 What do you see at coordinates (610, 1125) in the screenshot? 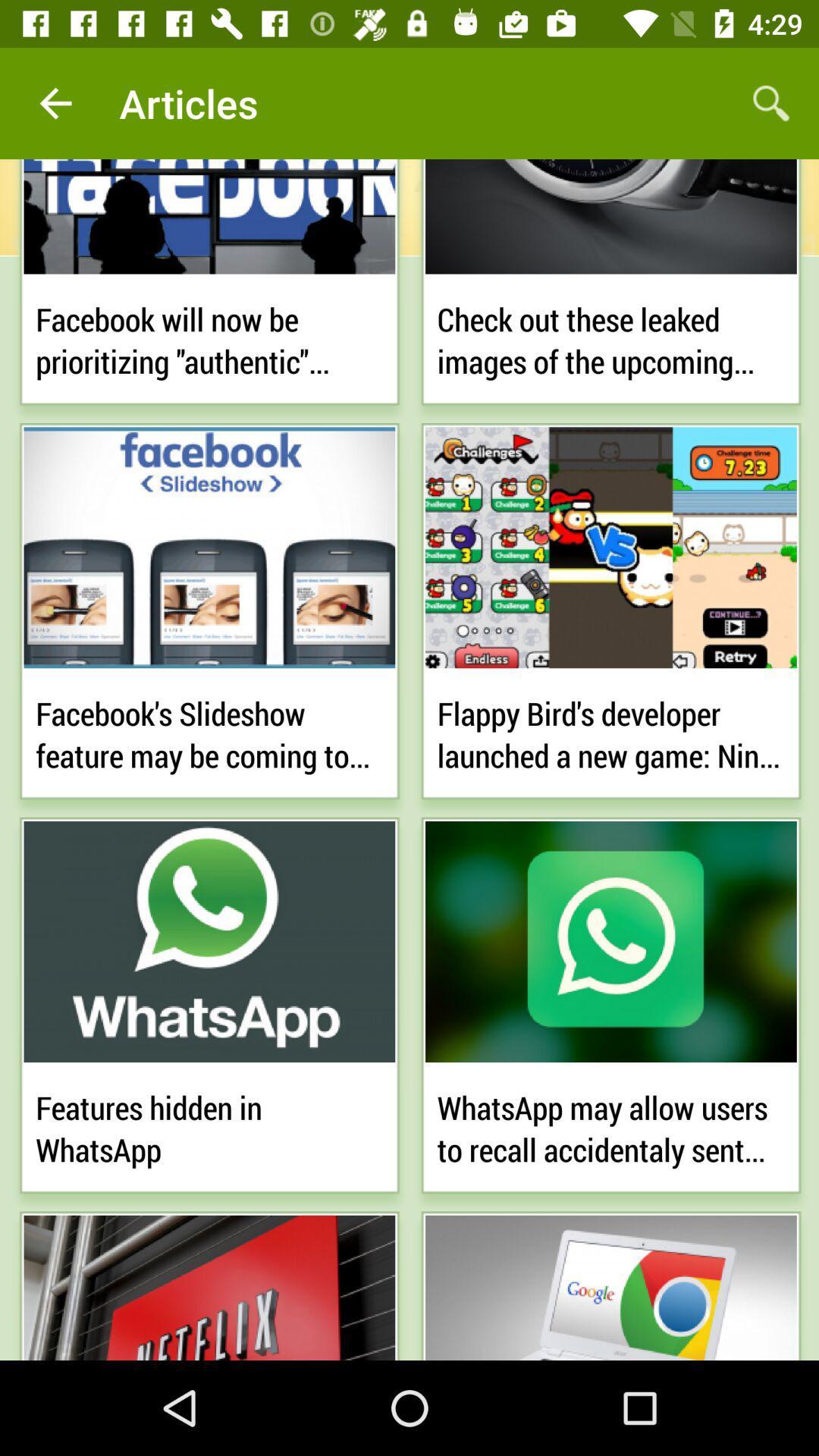
I see `whatsapp may allow item` at bounding box center [610, 1125].